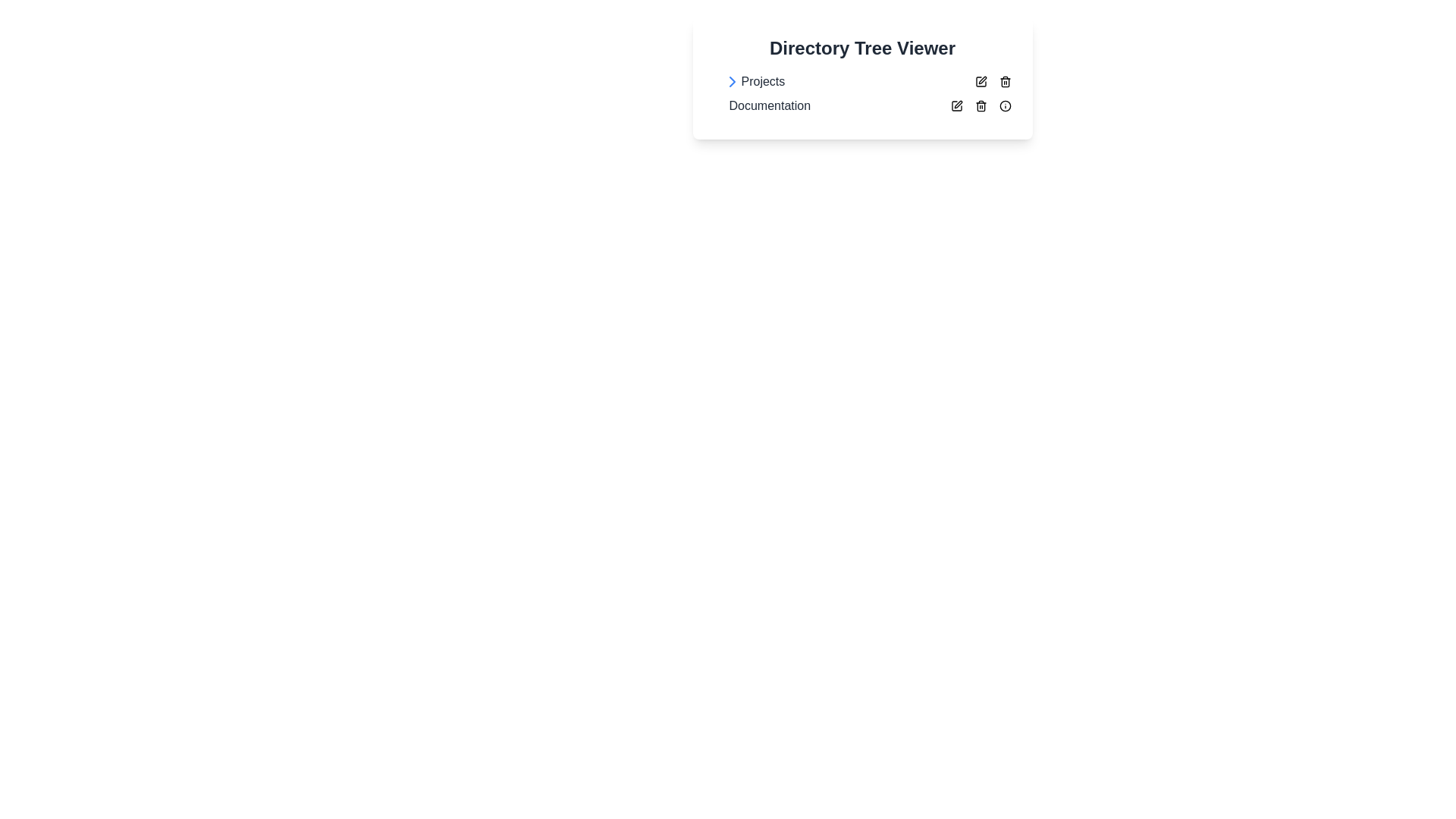 The image size is (1456, 819). I want to click on the third icon from the right in the toolbar, so click(981, 105).